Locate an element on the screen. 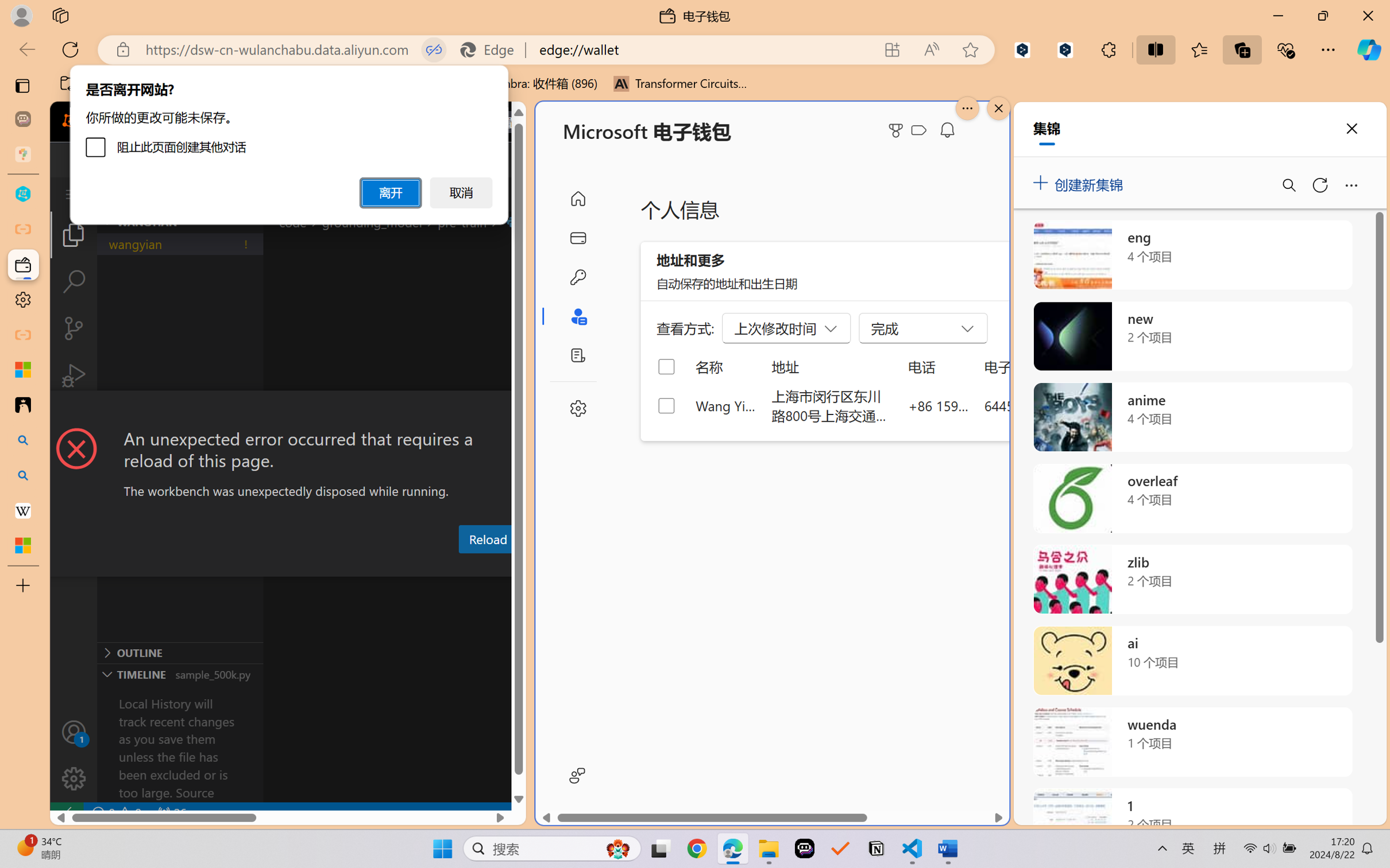 The width and height of the screenshot is (1390, 868). 'Class: ___1lmltc5 f1agt3bx f12qytpq' is located at coordinates (918, 130).